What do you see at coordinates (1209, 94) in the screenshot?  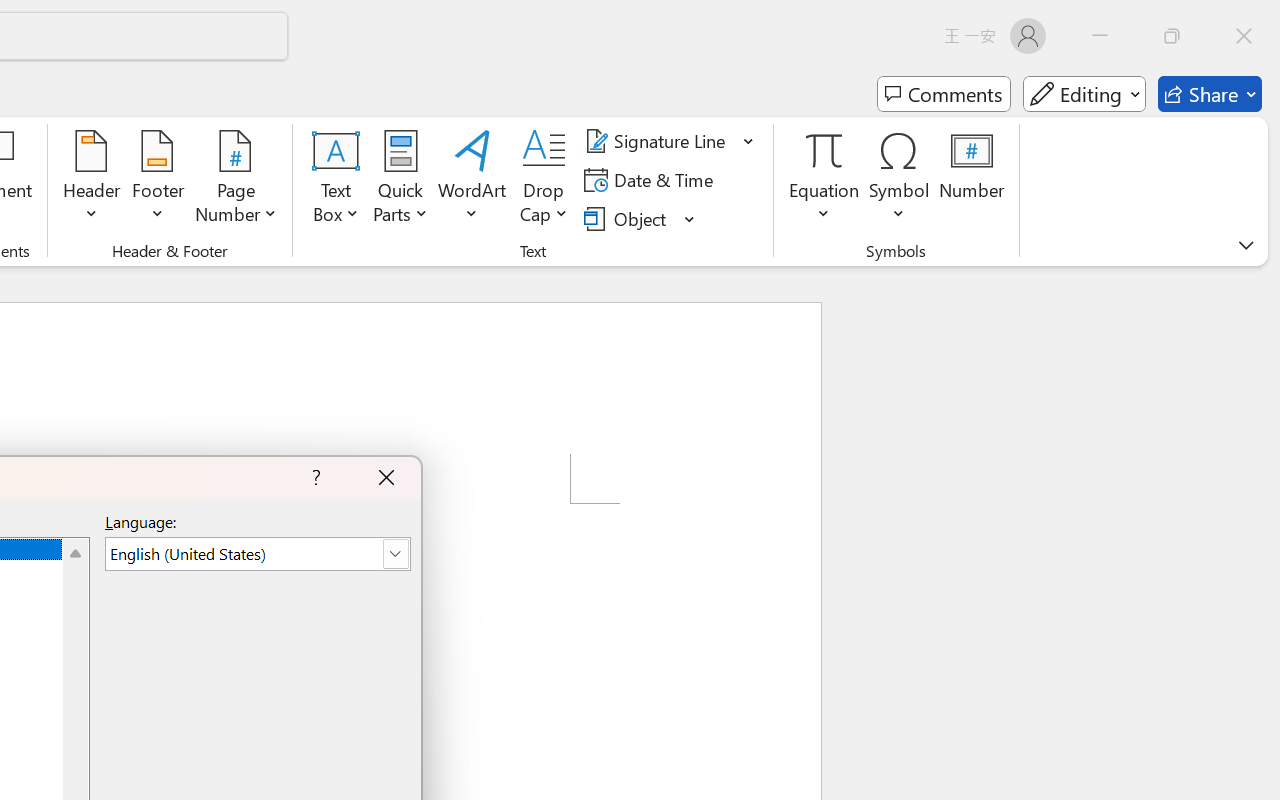 I see `'Share'` at bounding box center [1209, 94].